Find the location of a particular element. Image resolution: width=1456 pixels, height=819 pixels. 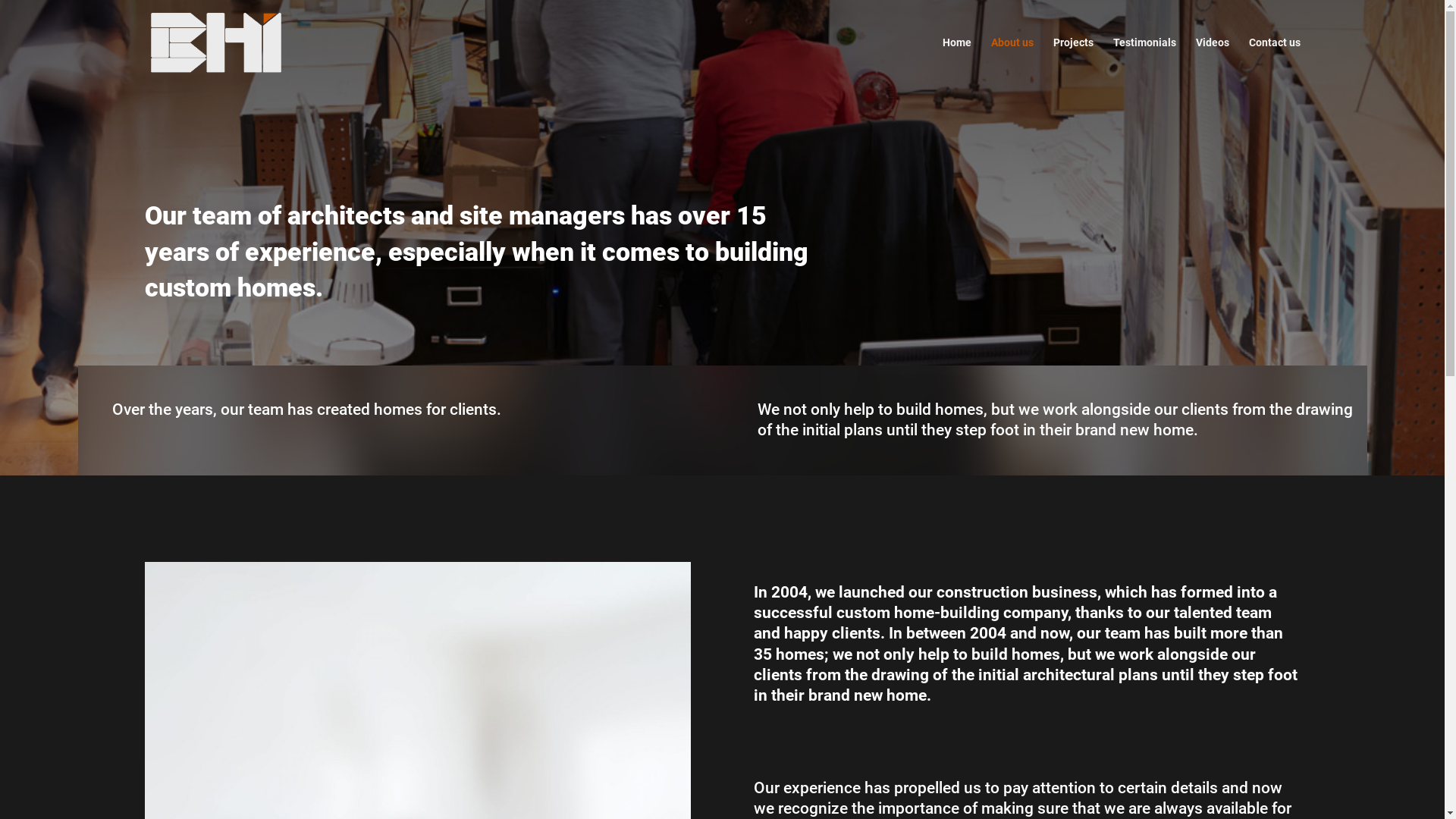

'Home' is located at coordinates (955, 60).